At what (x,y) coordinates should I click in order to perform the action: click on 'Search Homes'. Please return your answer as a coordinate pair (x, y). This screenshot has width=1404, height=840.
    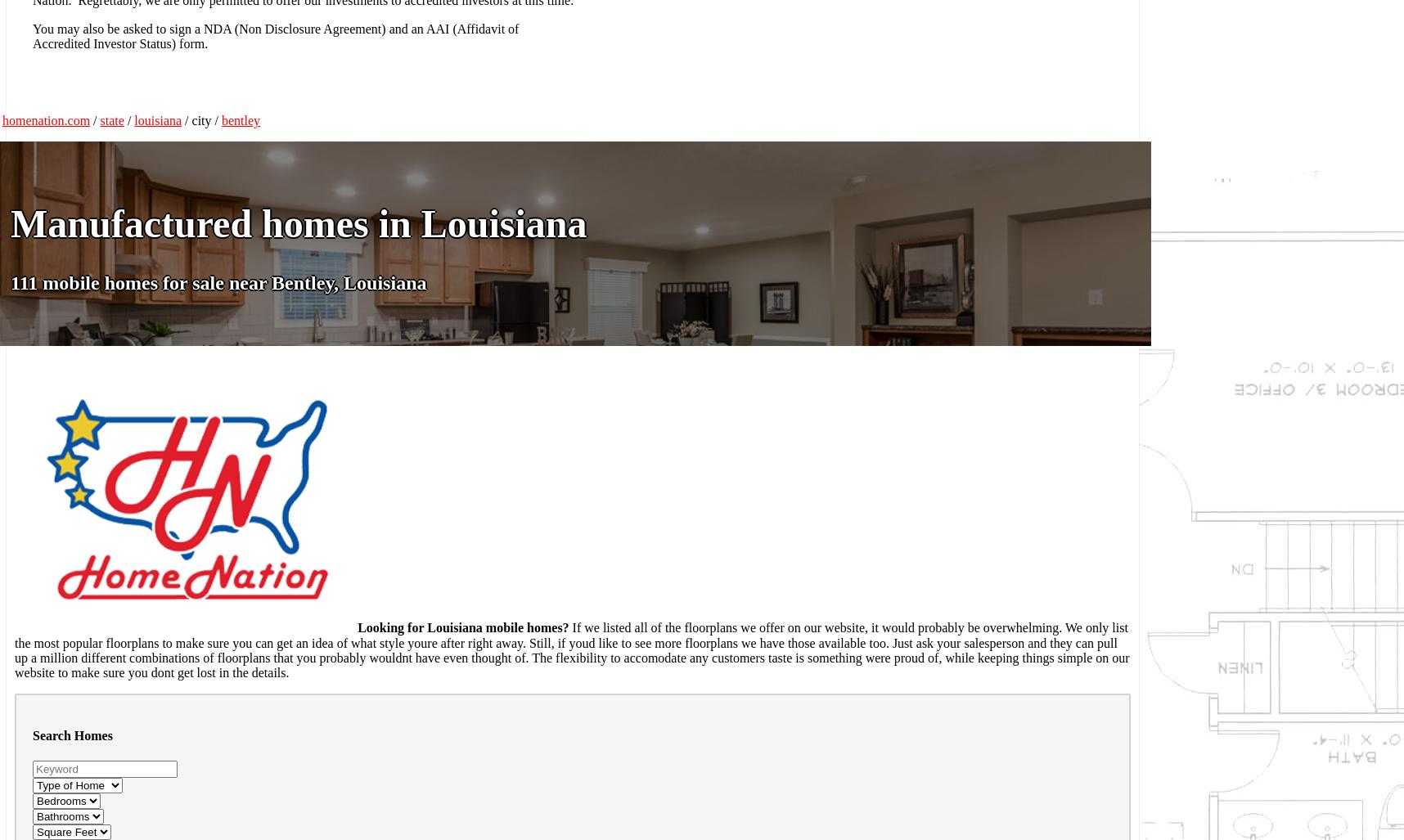
    Looking at the image, I should click on (71, 734).